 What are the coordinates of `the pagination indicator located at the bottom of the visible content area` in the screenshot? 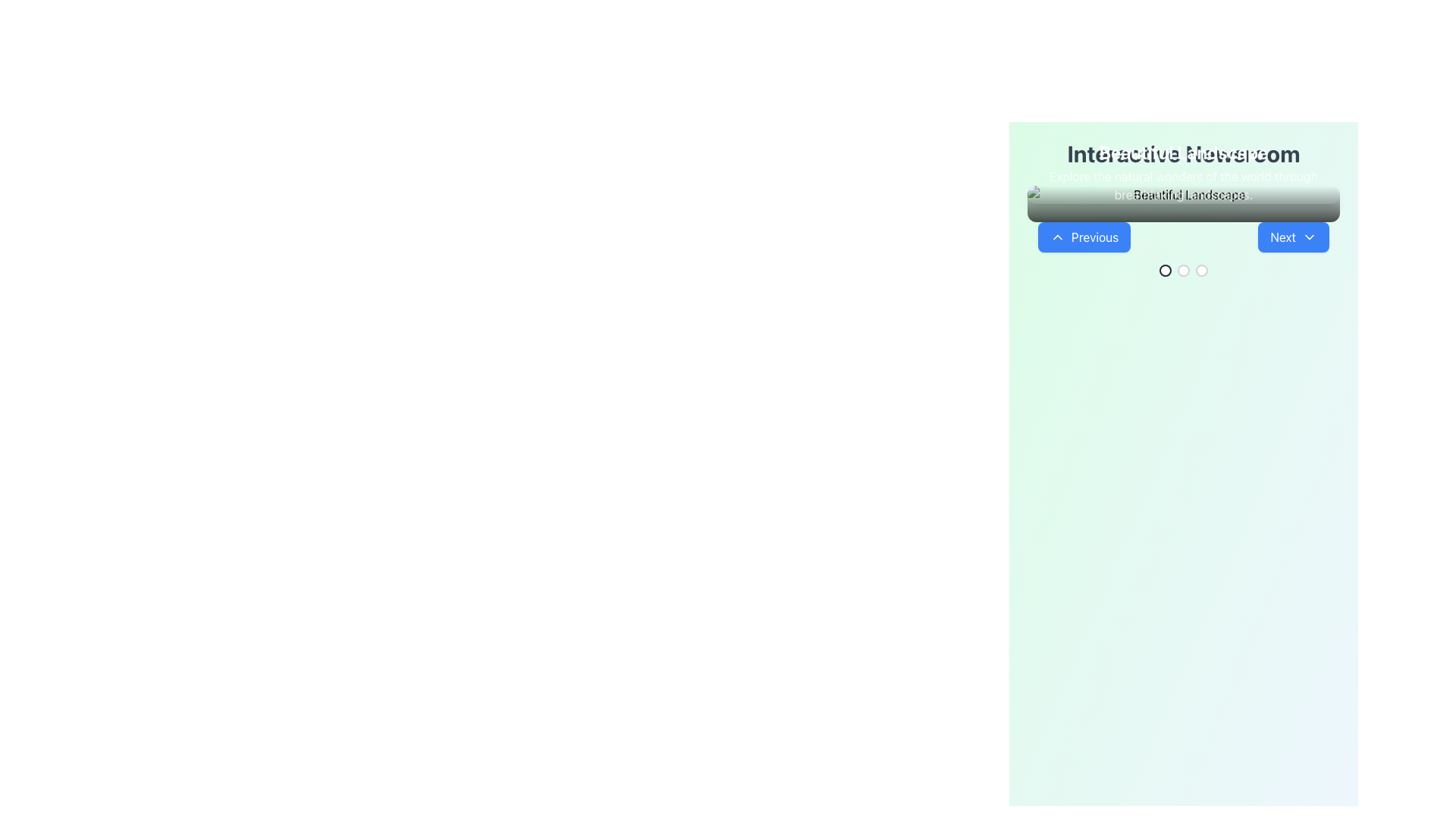 It's located at (1182, 270).